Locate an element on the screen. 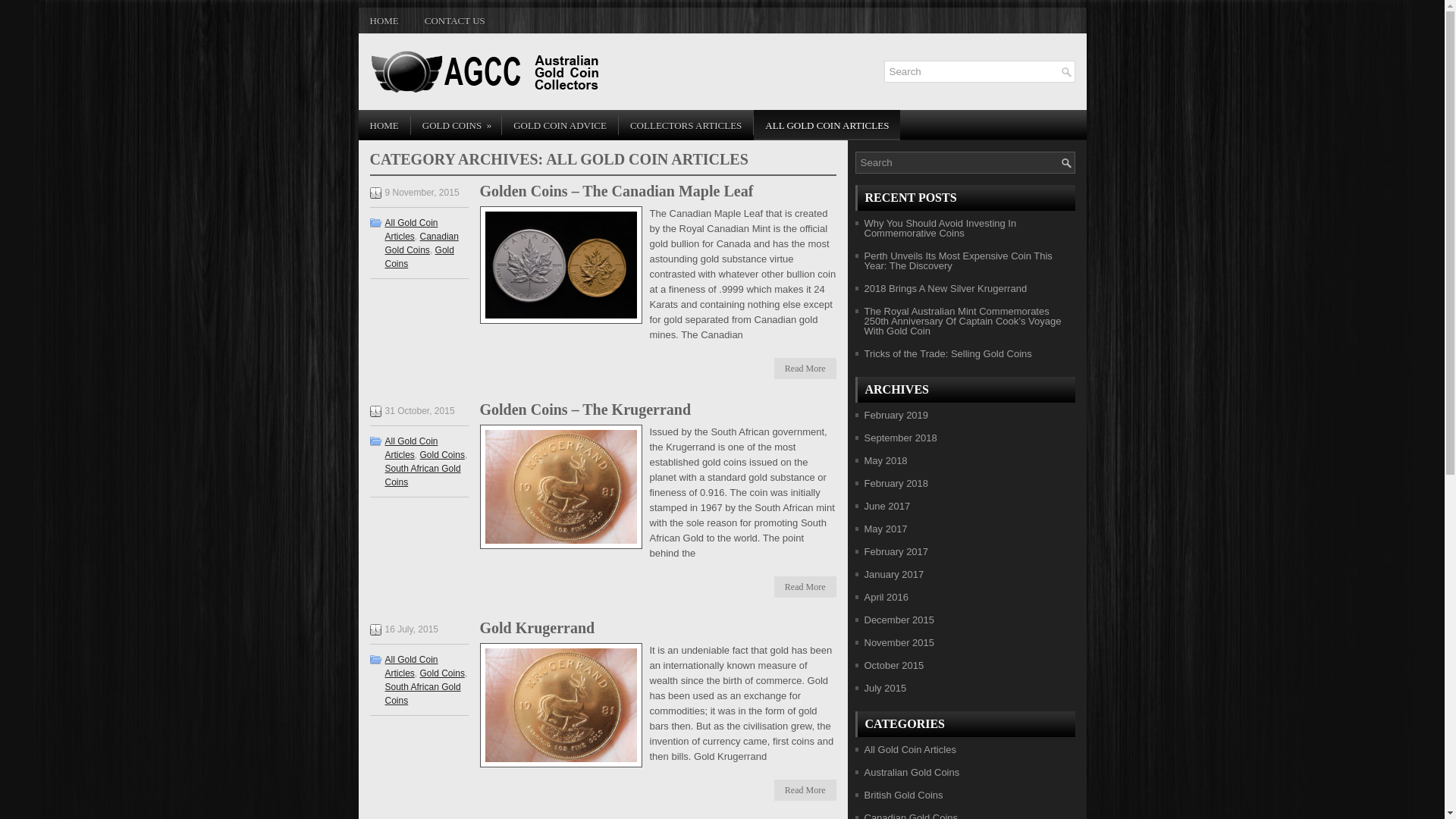  'January 2017' is located at coordinates (894, 574).